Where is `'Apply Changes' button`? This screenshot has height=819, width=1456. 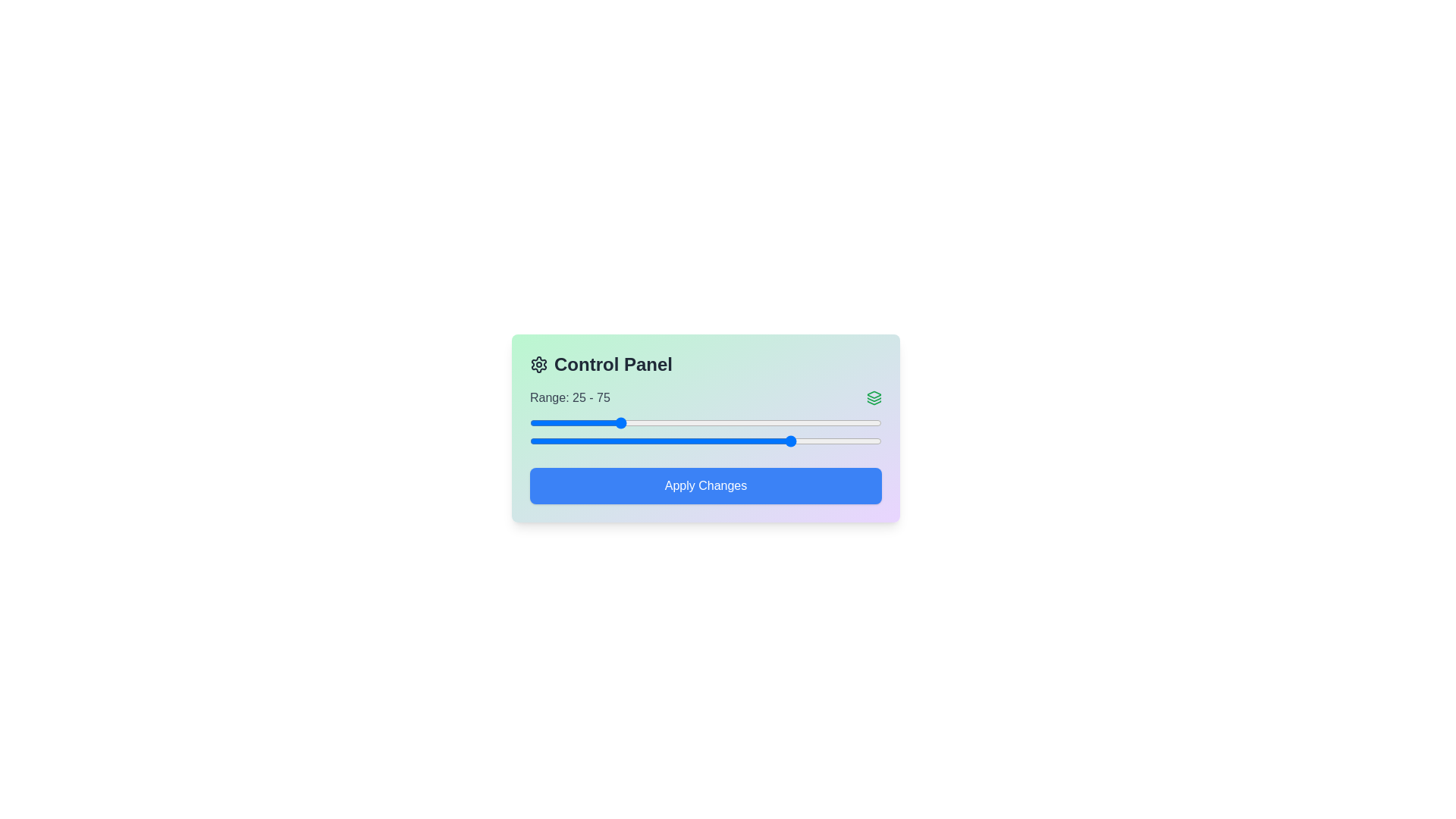
'Apply Changes' button is located at coordinates (705, 485).